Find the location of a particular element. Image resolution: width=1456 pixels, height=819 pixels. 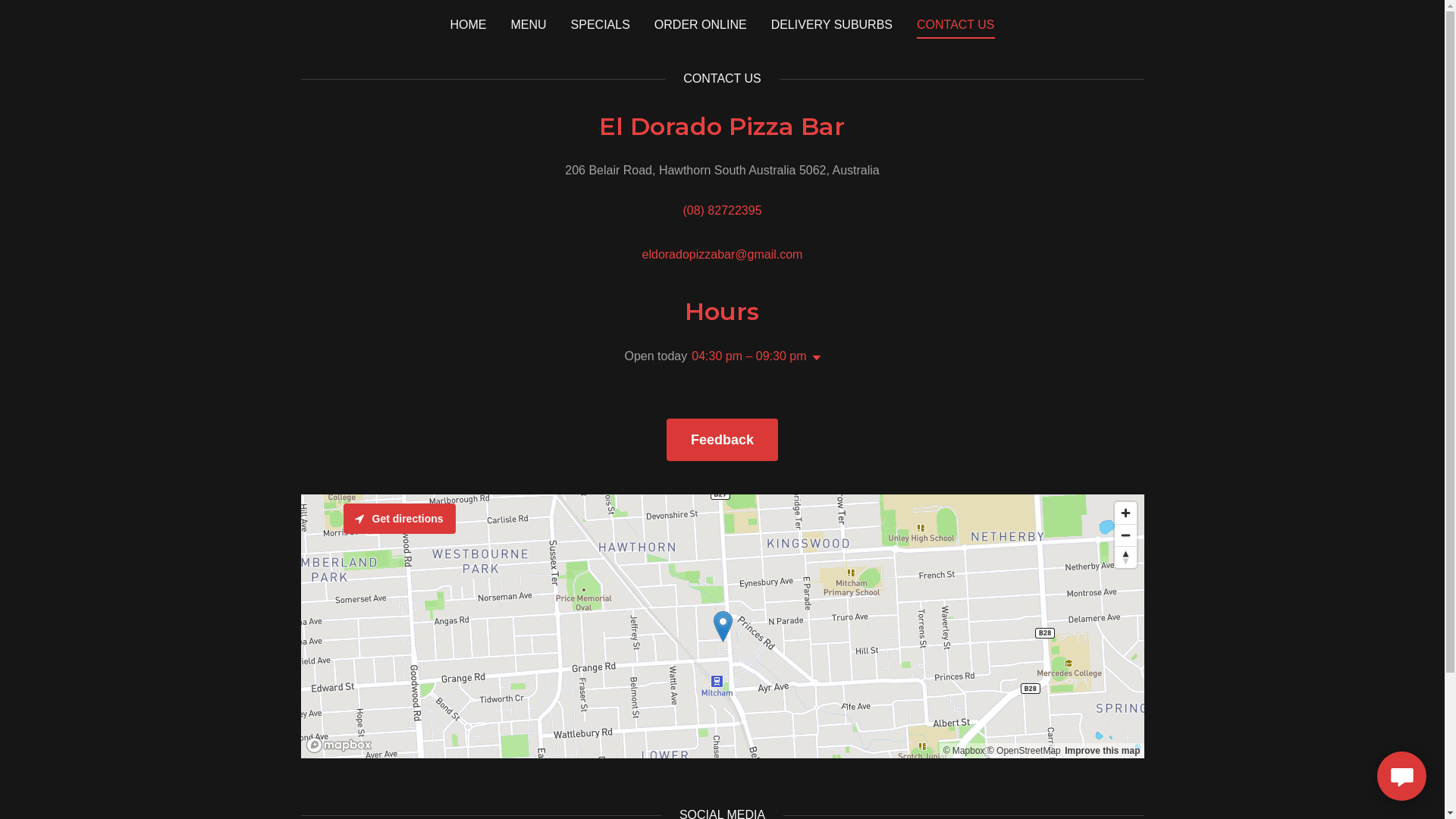

'Zoom in' is located at coordinates (1125, 512).